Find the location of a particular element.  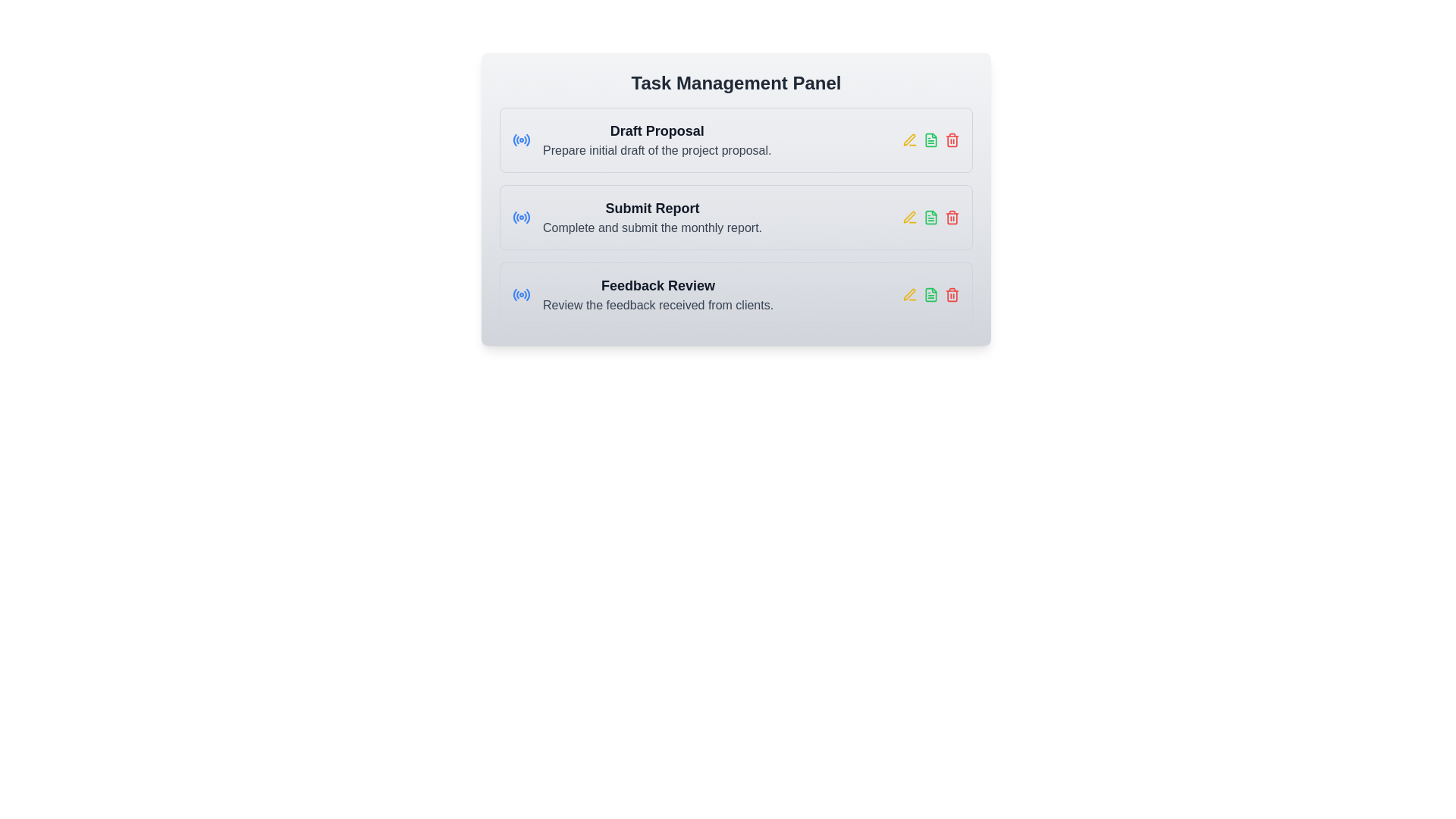

the edit icon located to the left of the 'Submit Report' label in the Task Management Panel is located at coordinates (910, 217).